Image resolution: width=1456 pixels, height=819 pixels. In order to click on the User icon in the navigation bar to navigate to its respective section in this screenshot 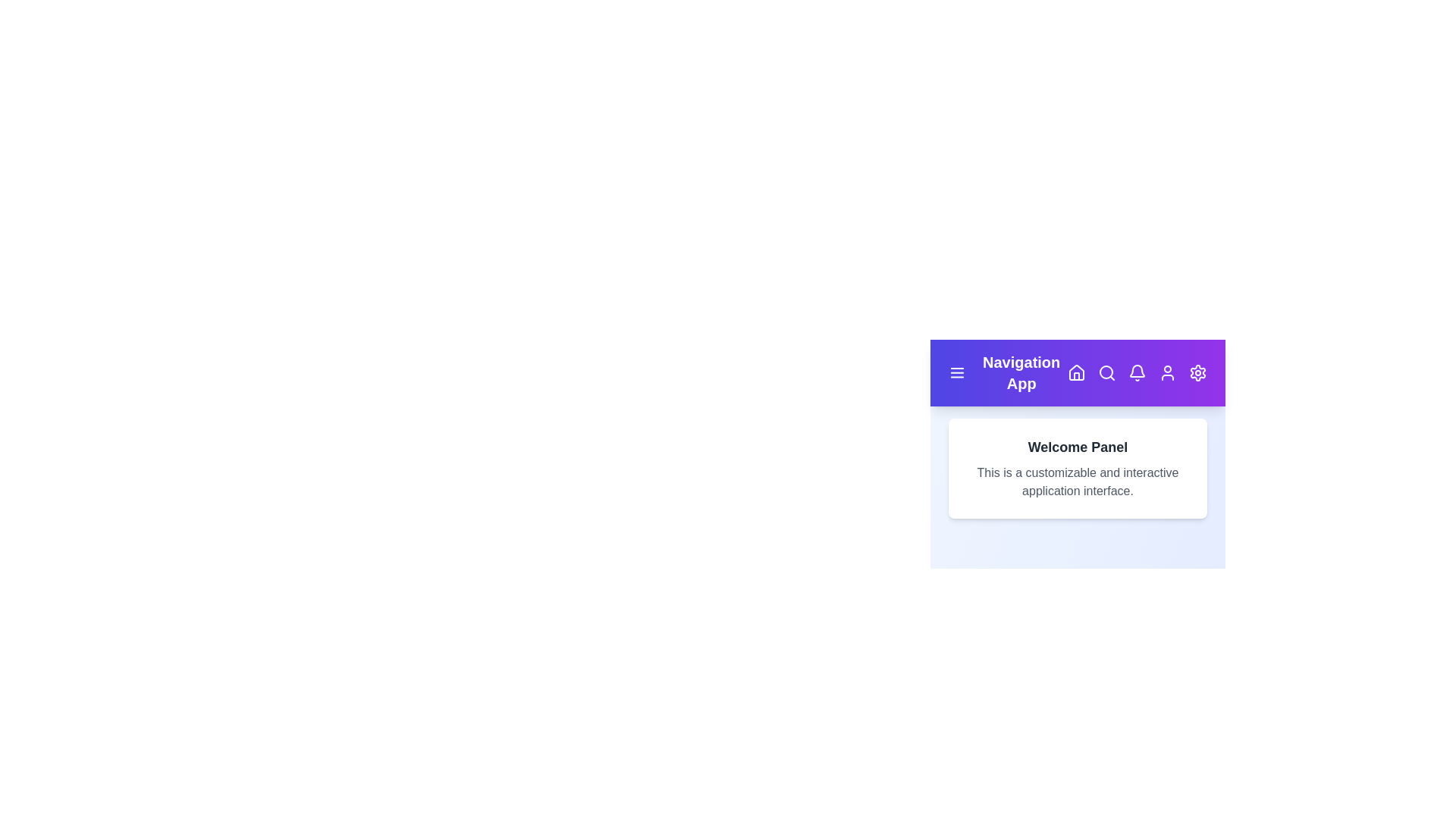, I will do `click(1167, 373)`.